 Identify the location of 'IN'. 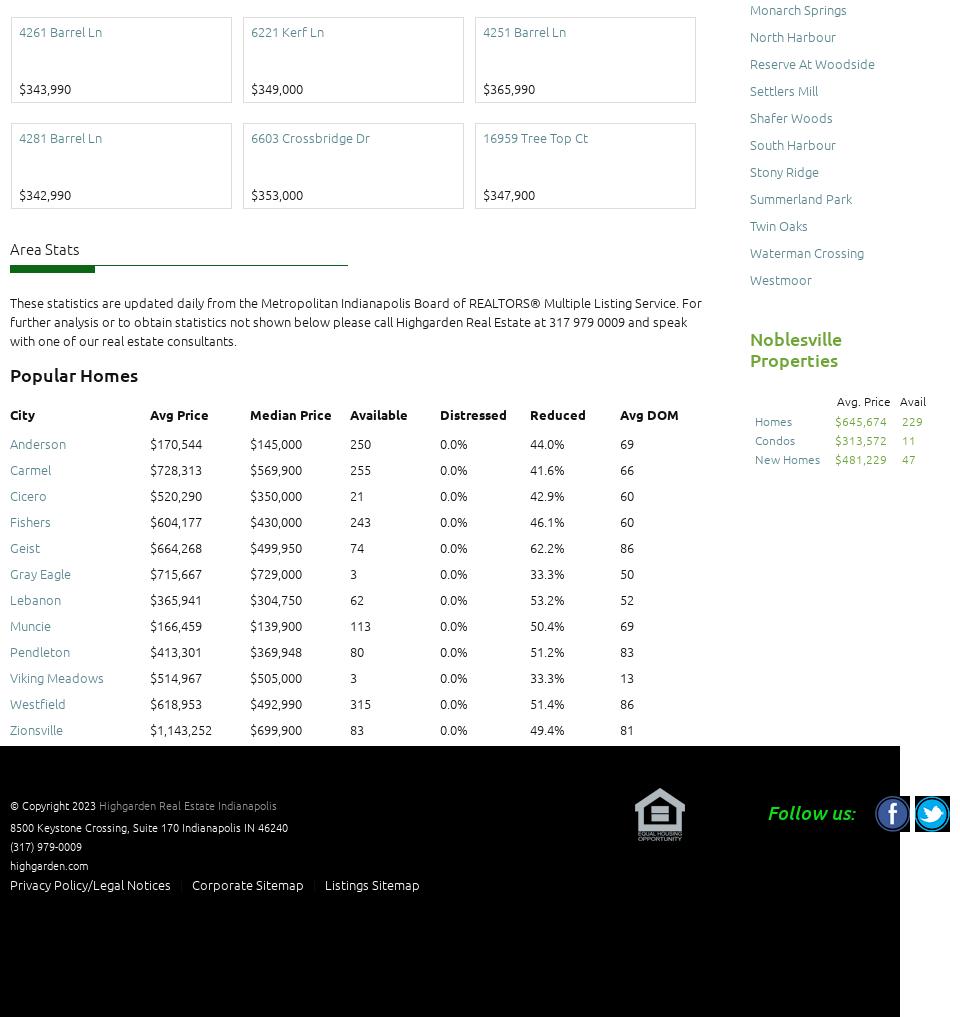
(248, 826).